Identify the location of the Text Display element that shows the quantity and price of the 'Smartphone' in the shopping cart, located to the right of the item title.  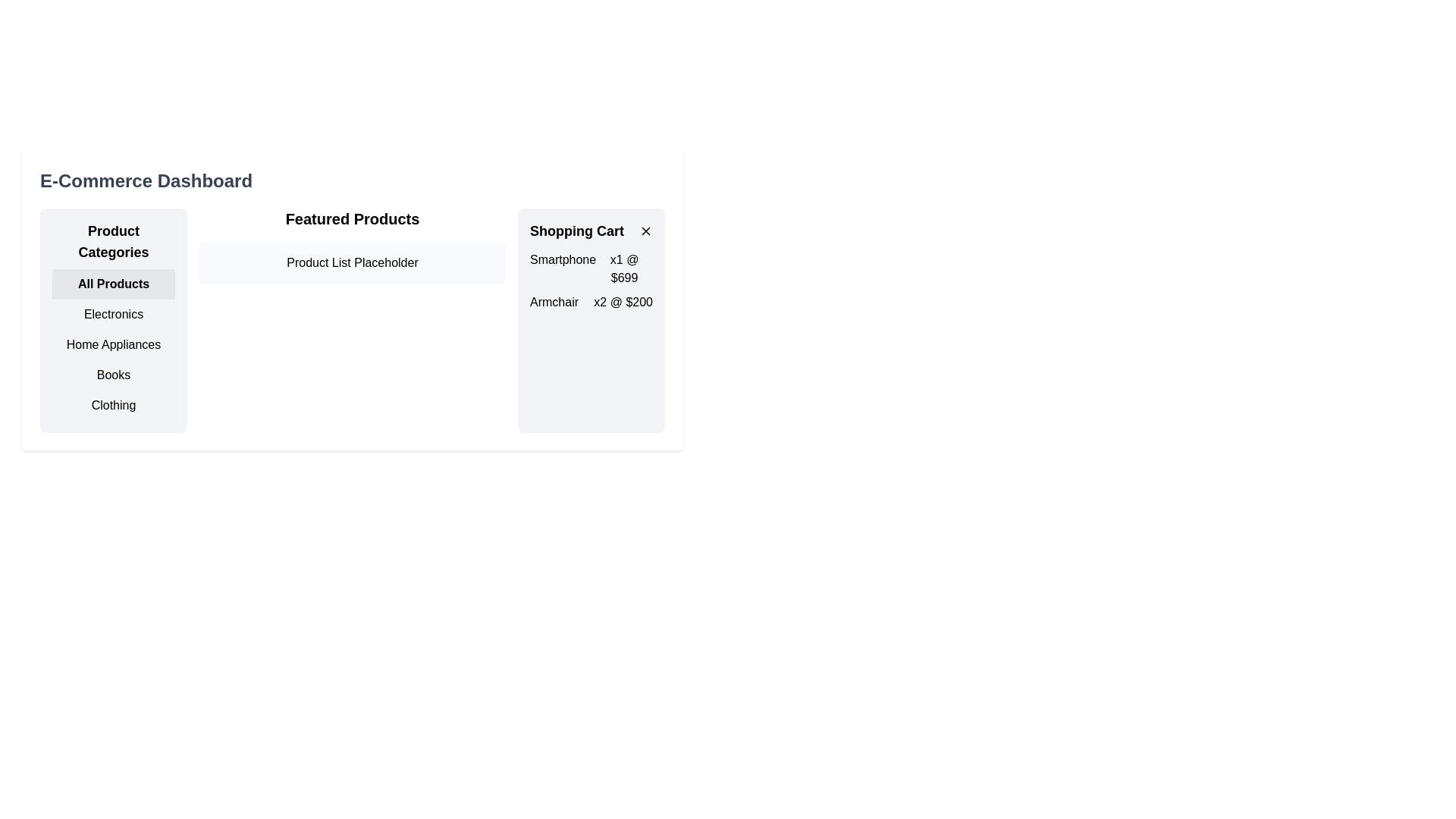
(624, 268).